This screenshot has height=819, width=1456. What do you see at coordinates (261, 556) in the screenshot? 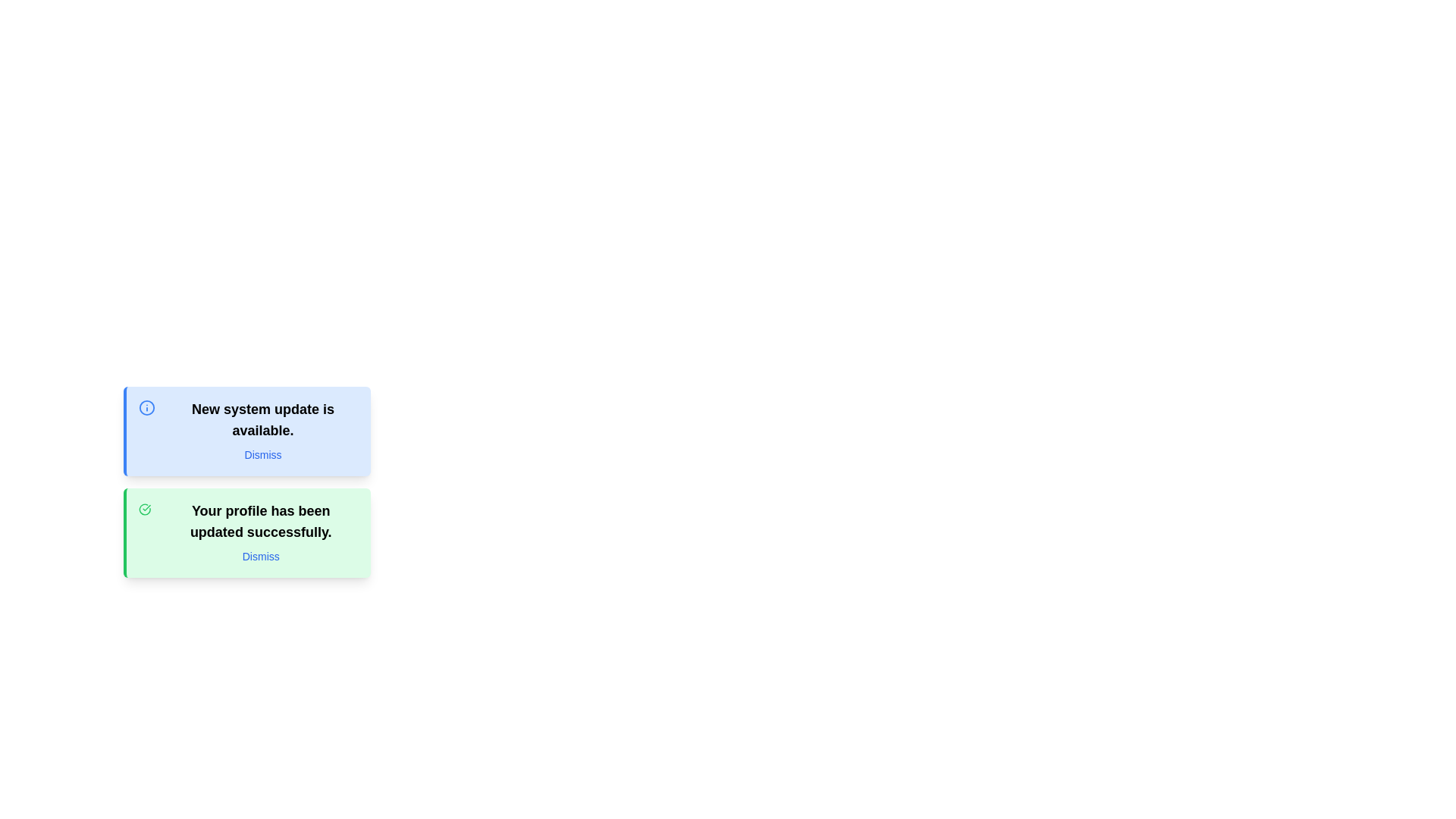
I see `the blue hyperlink labeled 'Dismiss' located at the bottom right of the green notification card` at bounding box center [261, 556].